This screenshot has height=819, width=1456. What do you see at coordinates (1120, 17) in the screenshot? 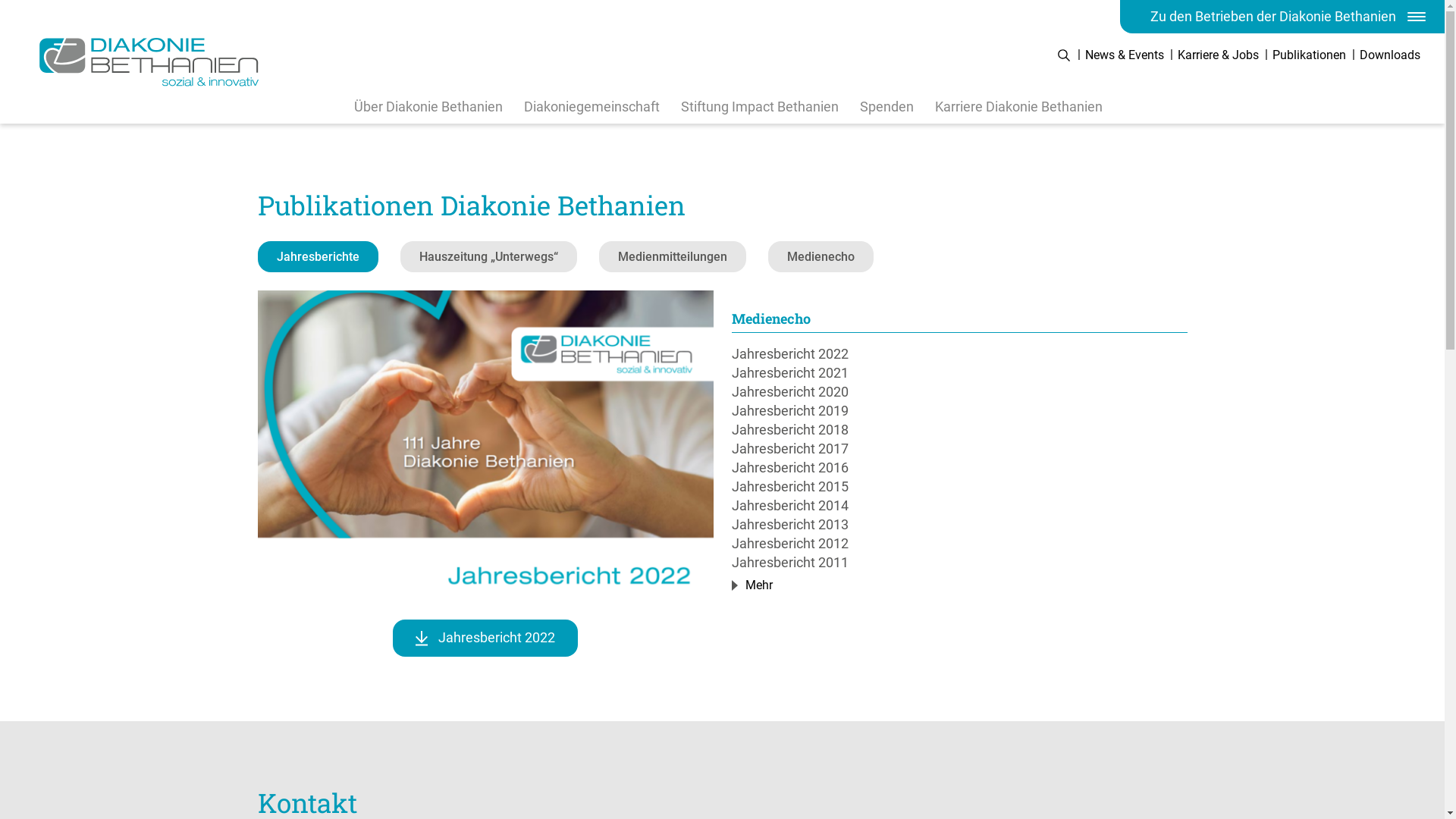
I see `'Zu den Betrieben der Diakonie Bethanien'` at bounding box center [1120, 17].